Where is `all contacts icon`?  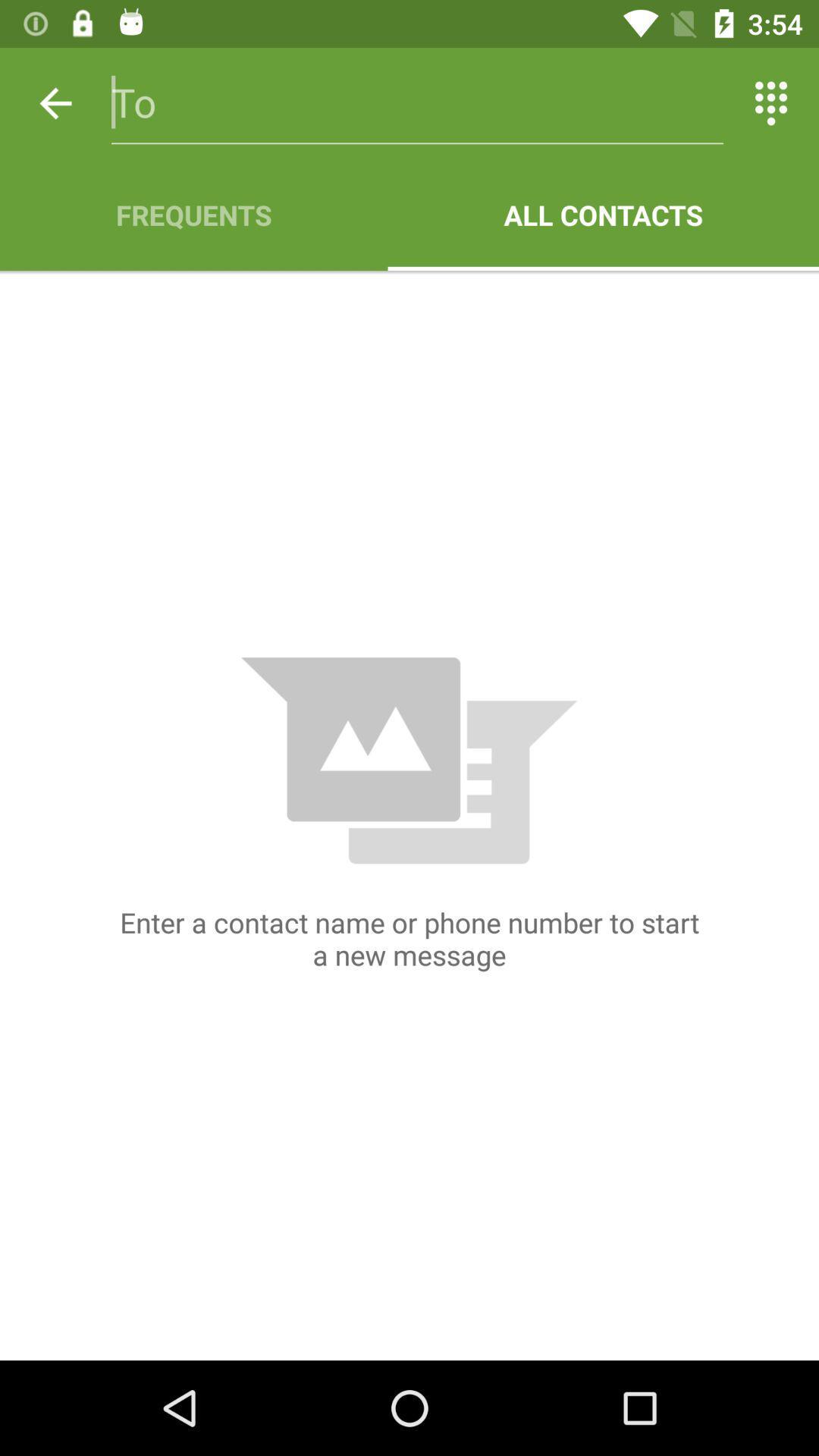
all contacts icon is located at coordinates (602, 214).